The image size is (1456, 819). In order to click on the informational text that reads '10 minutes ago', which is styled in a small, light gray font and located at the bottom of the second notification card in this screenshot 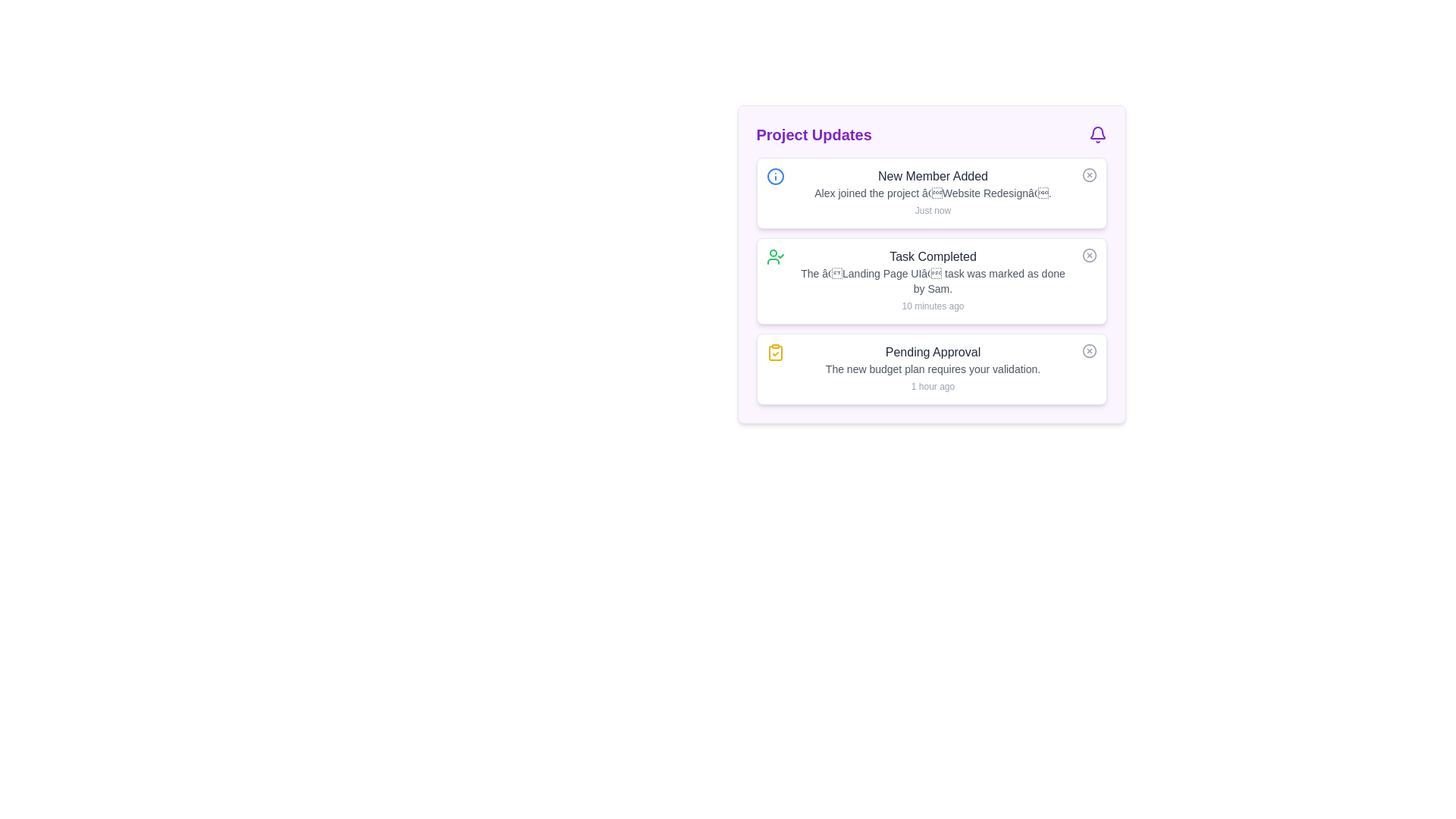, I will do `click(932, 306)`.